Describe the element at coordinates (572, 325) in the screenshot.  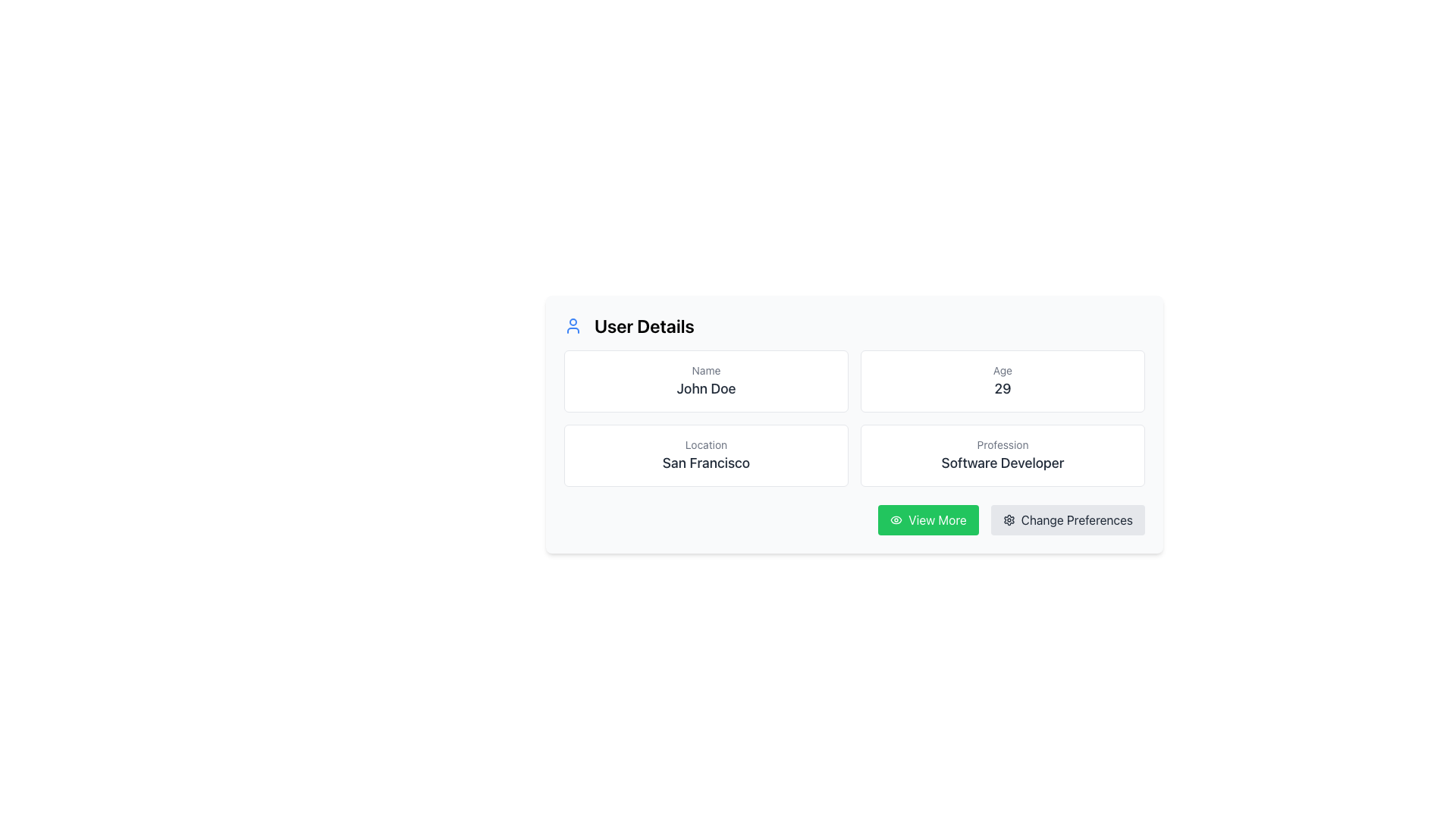
I see `the user icon, which is a blue outline of a person located to the left of the 'User Details' text` at that location.